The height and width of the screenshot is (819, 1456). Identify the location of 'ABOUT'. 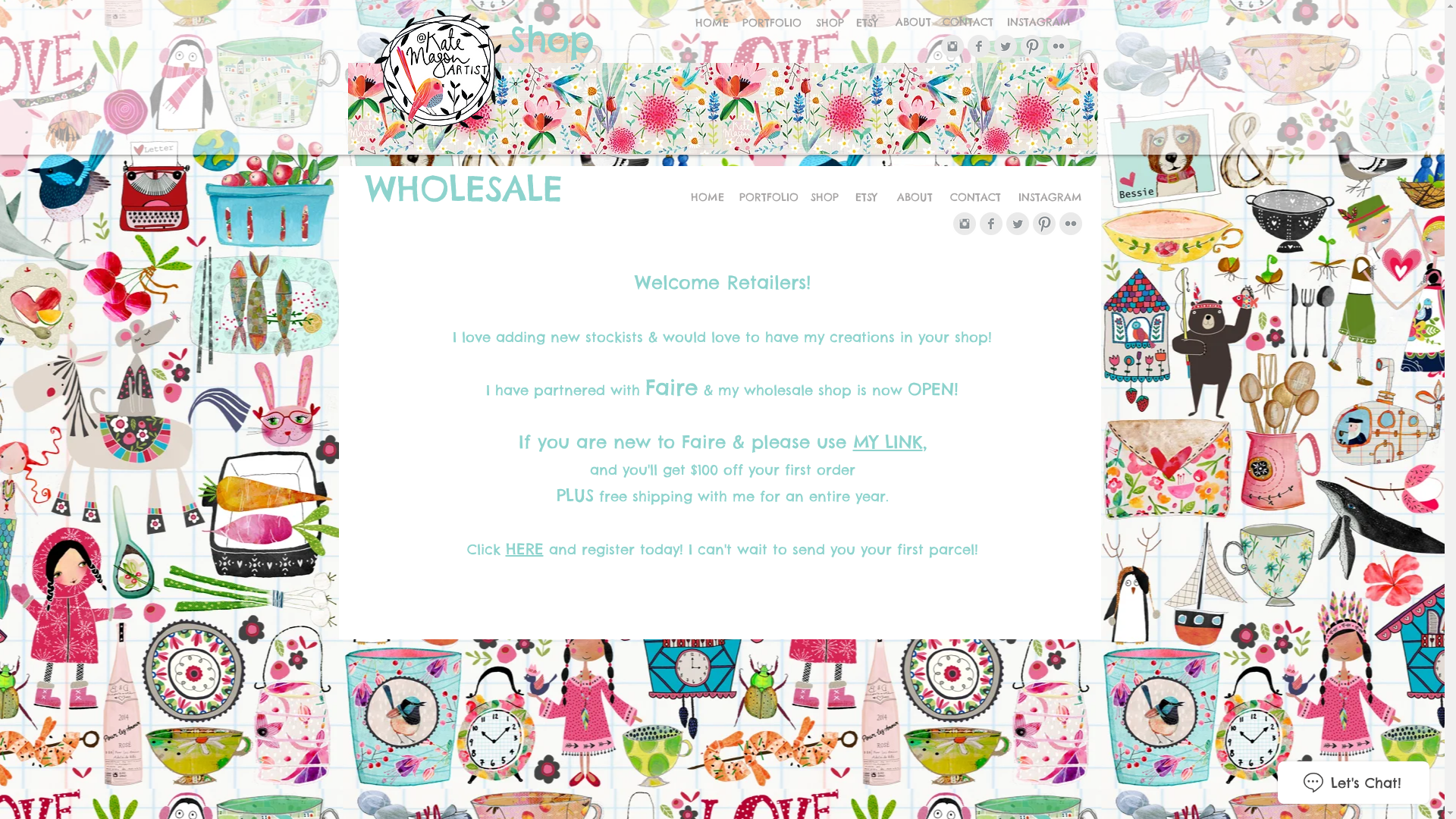
(912, 23).